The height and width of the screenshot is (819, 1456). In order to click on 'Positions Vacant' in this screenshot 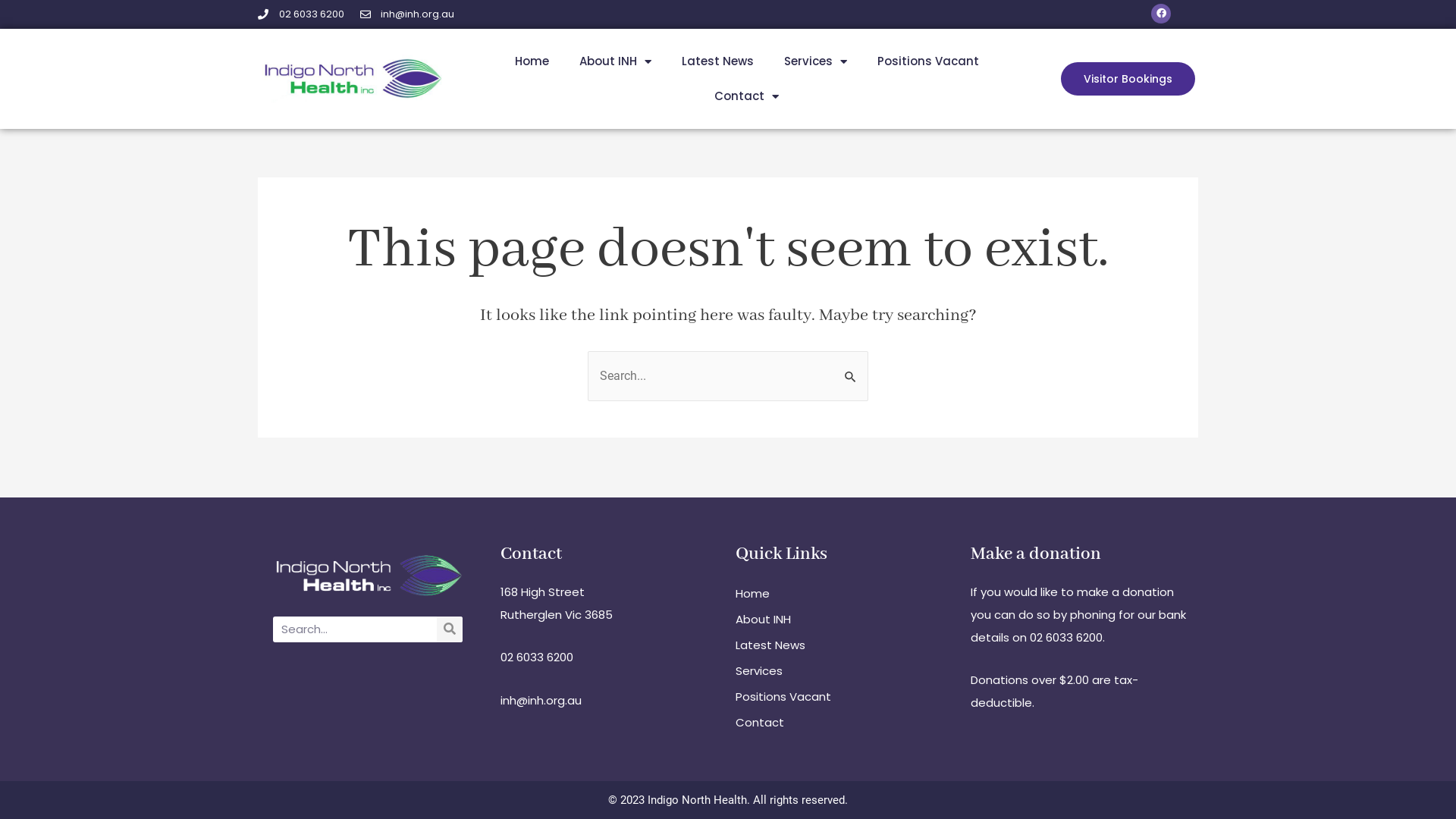, I will do `click(862, 61)`.